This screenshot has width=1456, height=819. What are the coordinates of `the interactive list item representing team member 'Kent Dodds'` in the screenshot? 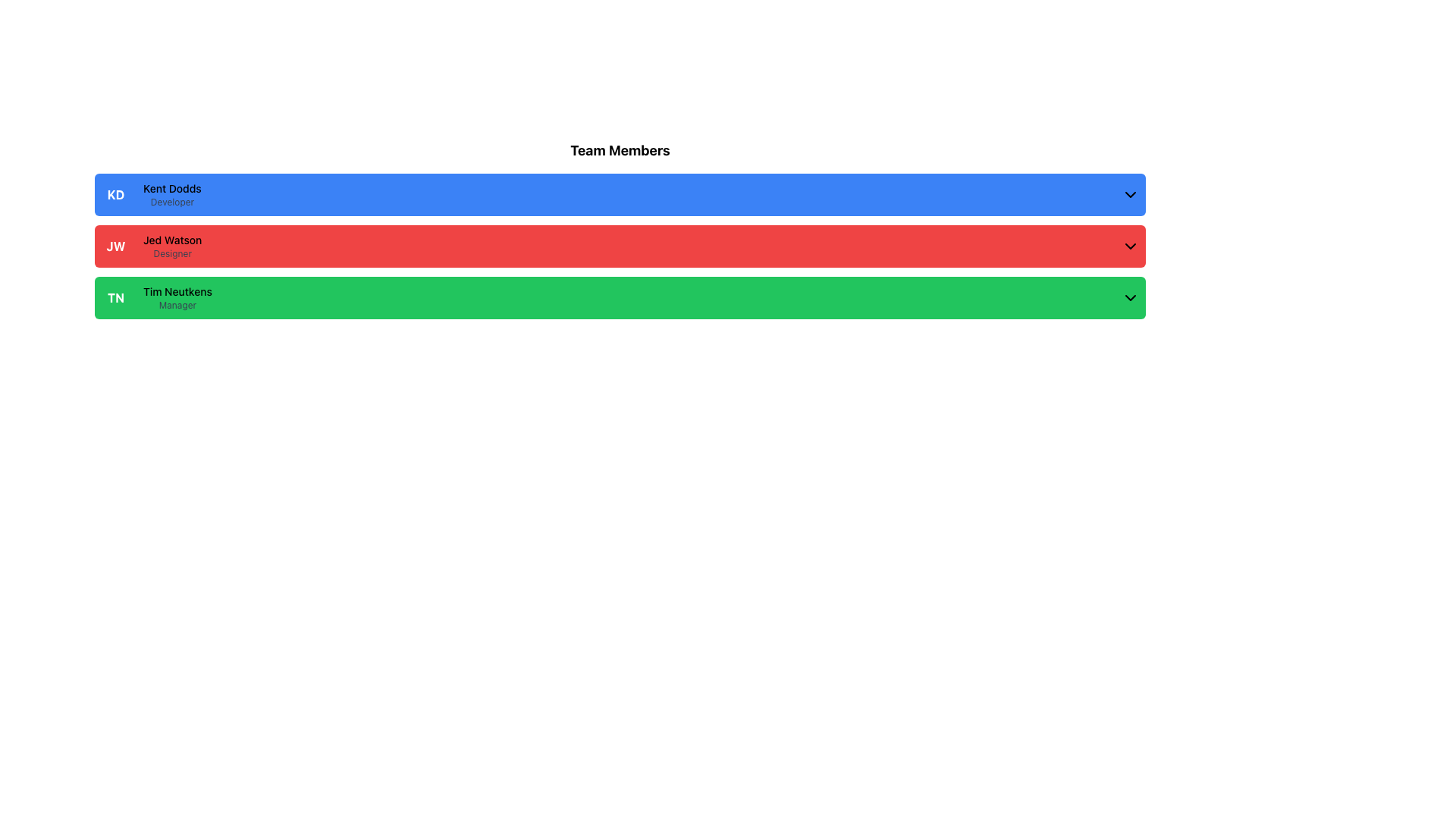 It's located at (620, 194).